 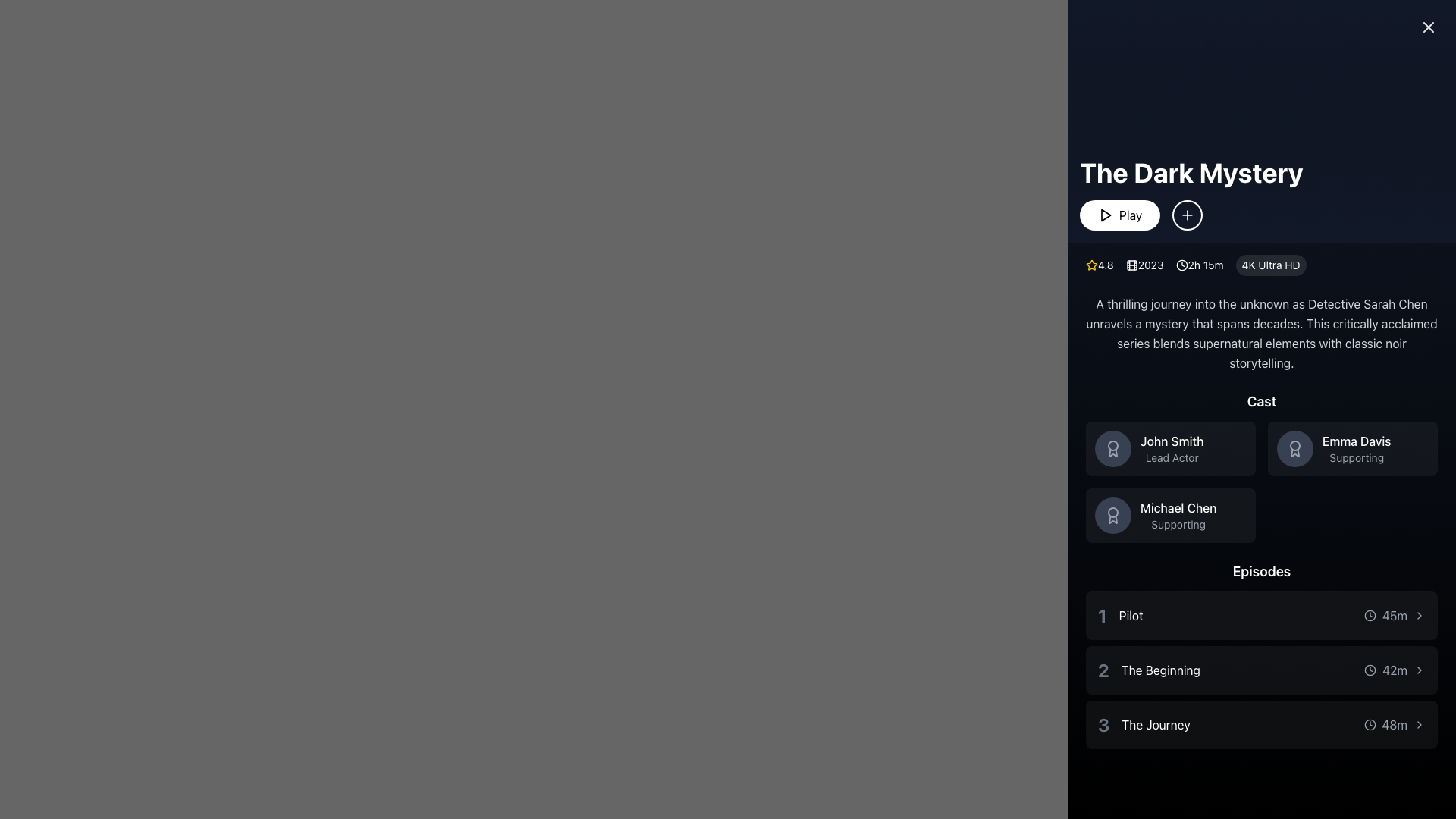 I want to click on the non-interactive decorative SVG element (circle) that serves as the circular outline of the clock icon next to the episode duration in the second episode card titled 'The Beginning', so click(x=1370, y=669).